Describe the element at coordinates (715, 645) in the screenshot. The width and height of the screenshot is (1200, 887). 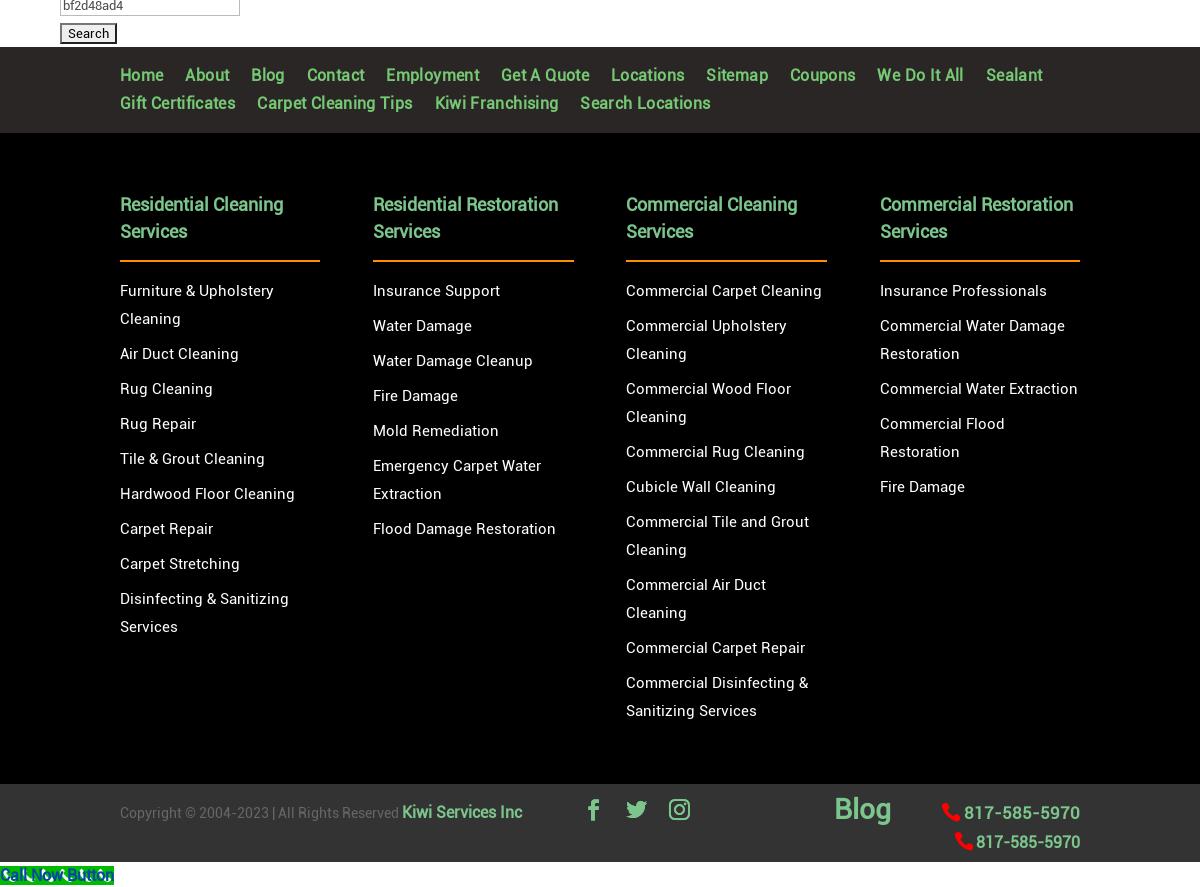
I see `'Commercial Carpet Repair'` at that location.